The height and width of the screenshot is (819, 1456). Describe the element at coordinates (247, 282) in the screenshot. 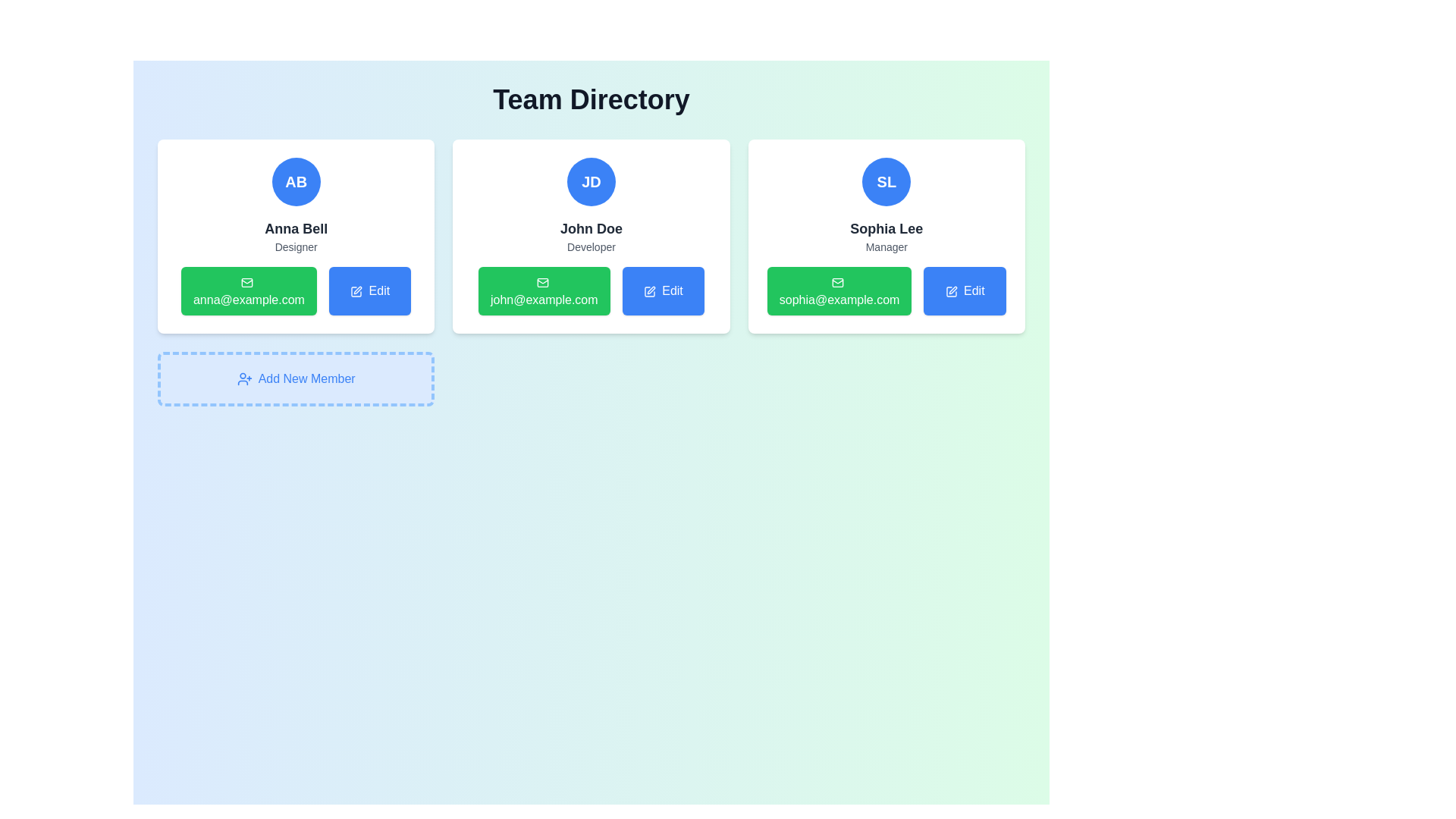

I see `the mail envelope icon, which is styled with a green background and located to the left of the email address 'anna@example.com' in the user card for 'Anna Bell'` at that location.